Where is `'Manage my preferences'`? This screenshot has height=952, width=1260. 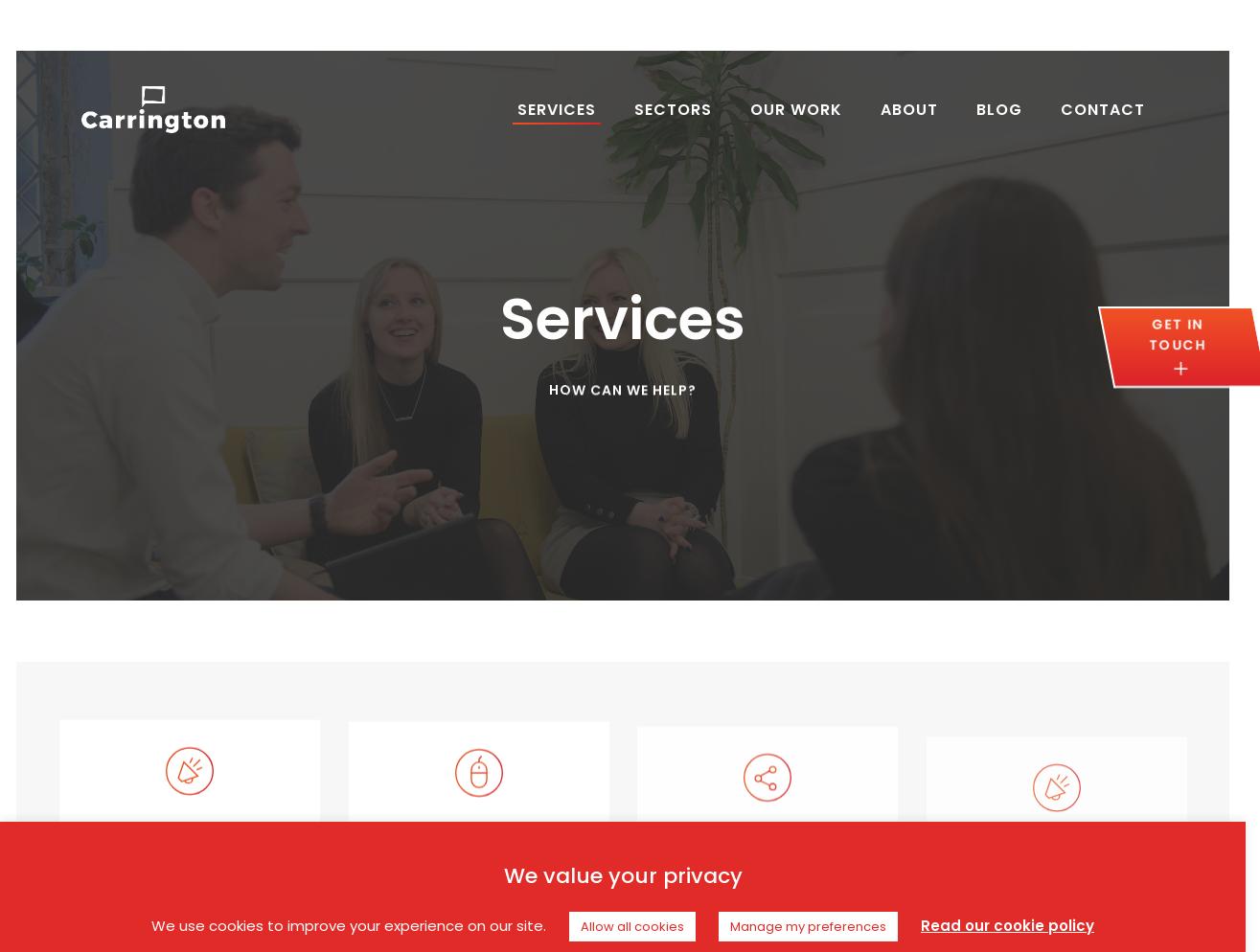
'Manage my preferences' is located at coordinates (807, 925).